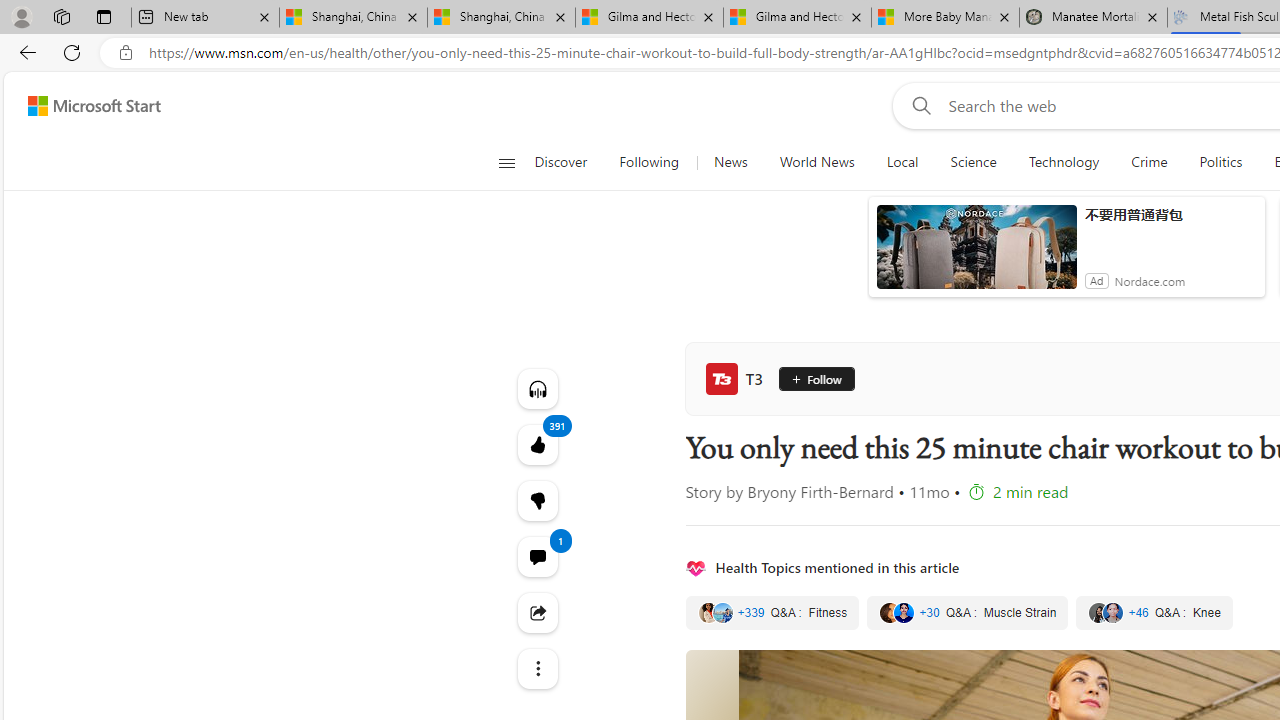  Describe the element at coordinates (976, 254) in the screenshot. I see `'anim-content'` at that location.